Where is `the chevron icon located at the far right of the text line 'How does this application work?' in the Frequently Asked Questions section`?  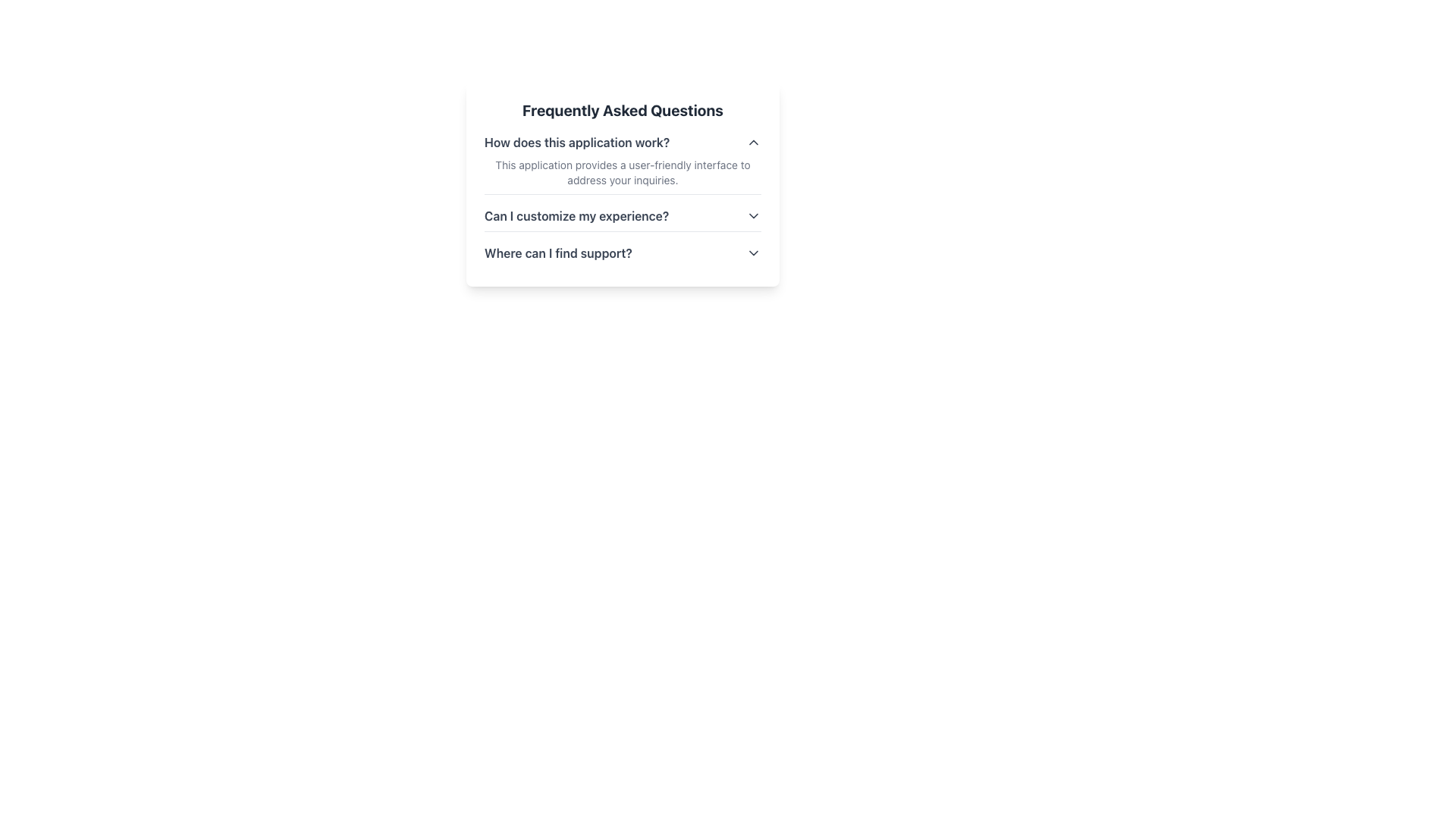
the chevron icon located at the far right of the text line 'How does this application work?' in the Frequently Asked Questions section is located at coordinates (753, 143).